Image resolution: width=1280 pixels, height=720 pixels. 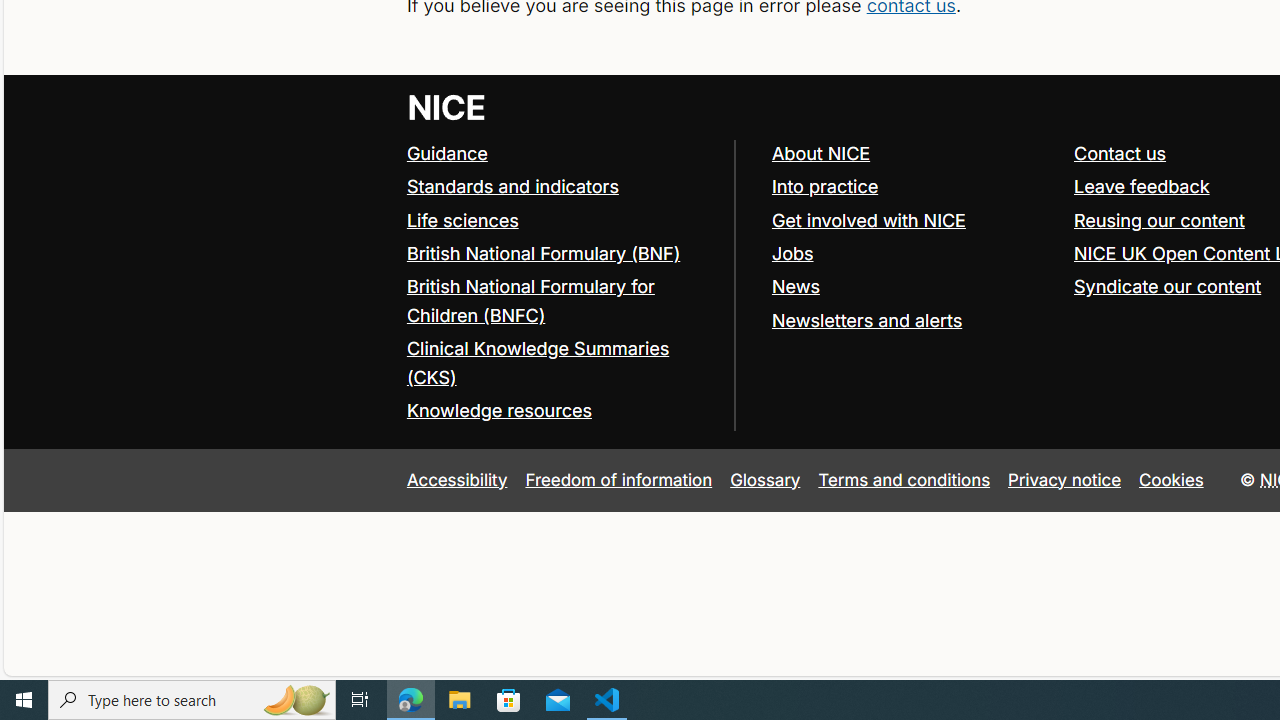 What do you see at coordinates (455, 479) in the screenshot?
I see `'Accessibility'` at bounding box center [455, 479].